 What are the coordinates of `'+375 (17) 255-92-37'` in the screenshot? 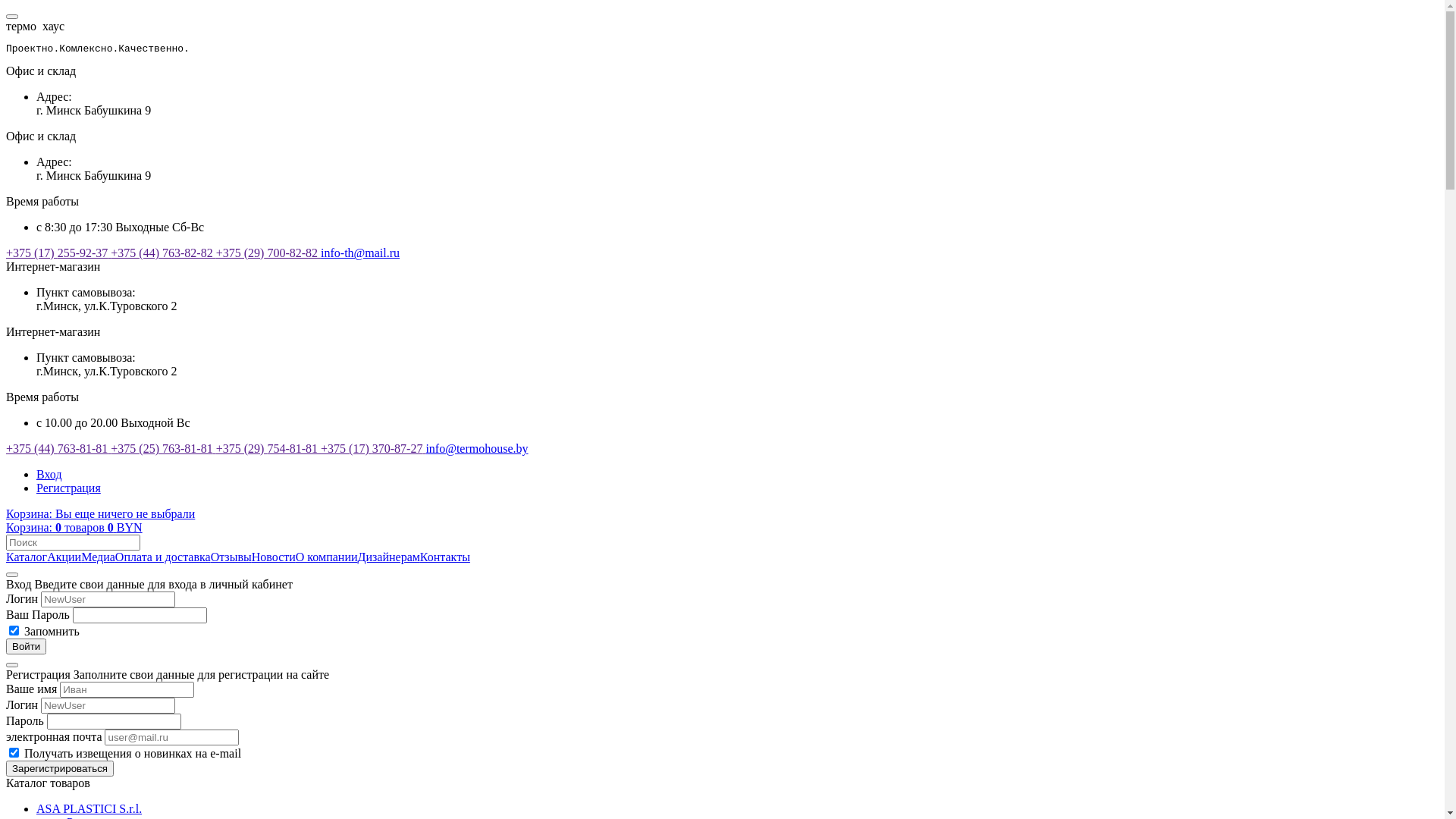 It's located at (58, 252).